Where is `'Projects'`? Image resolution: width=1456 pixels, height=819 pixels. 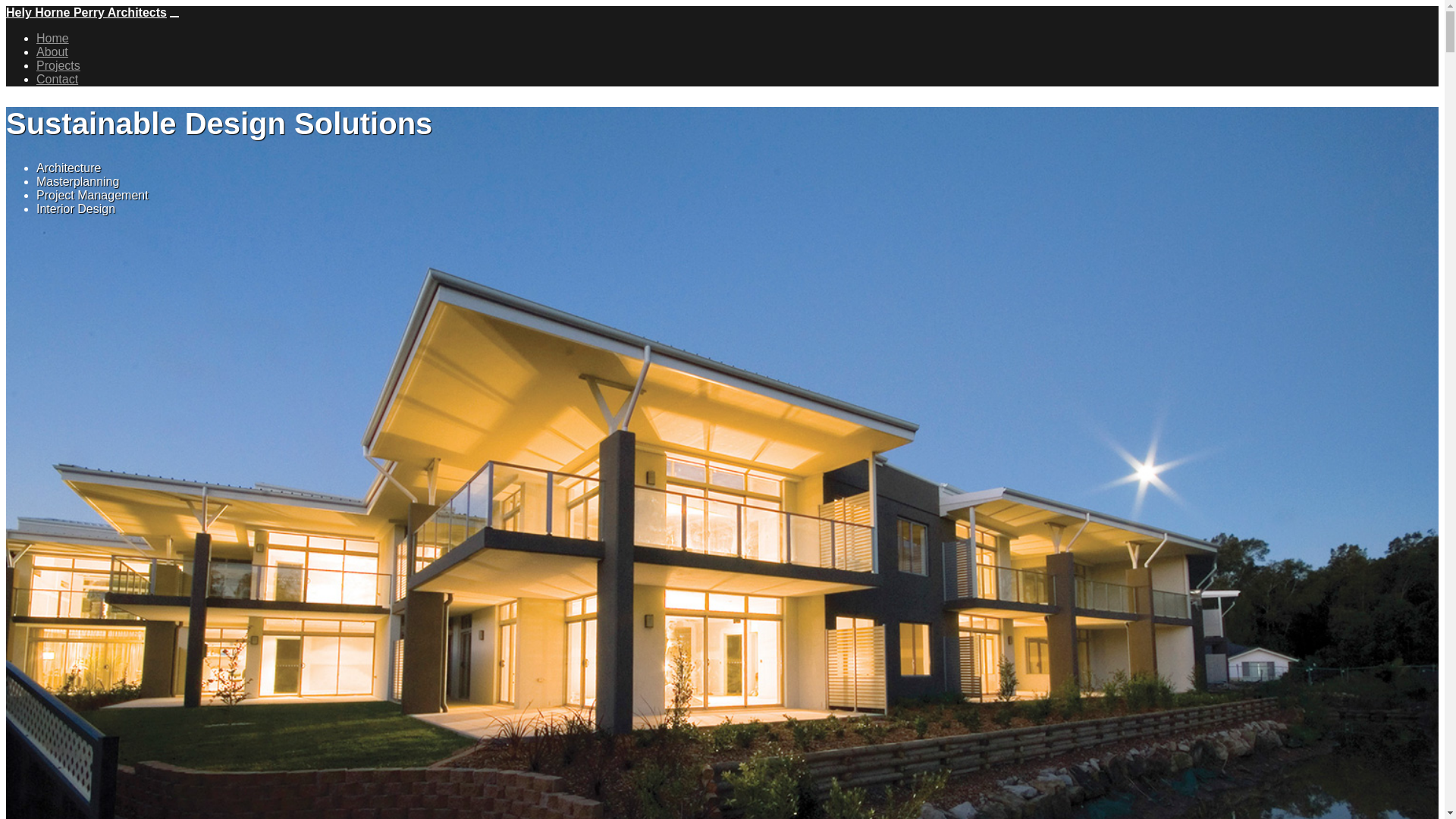
'Projects' is located at coordinates (58, 64).